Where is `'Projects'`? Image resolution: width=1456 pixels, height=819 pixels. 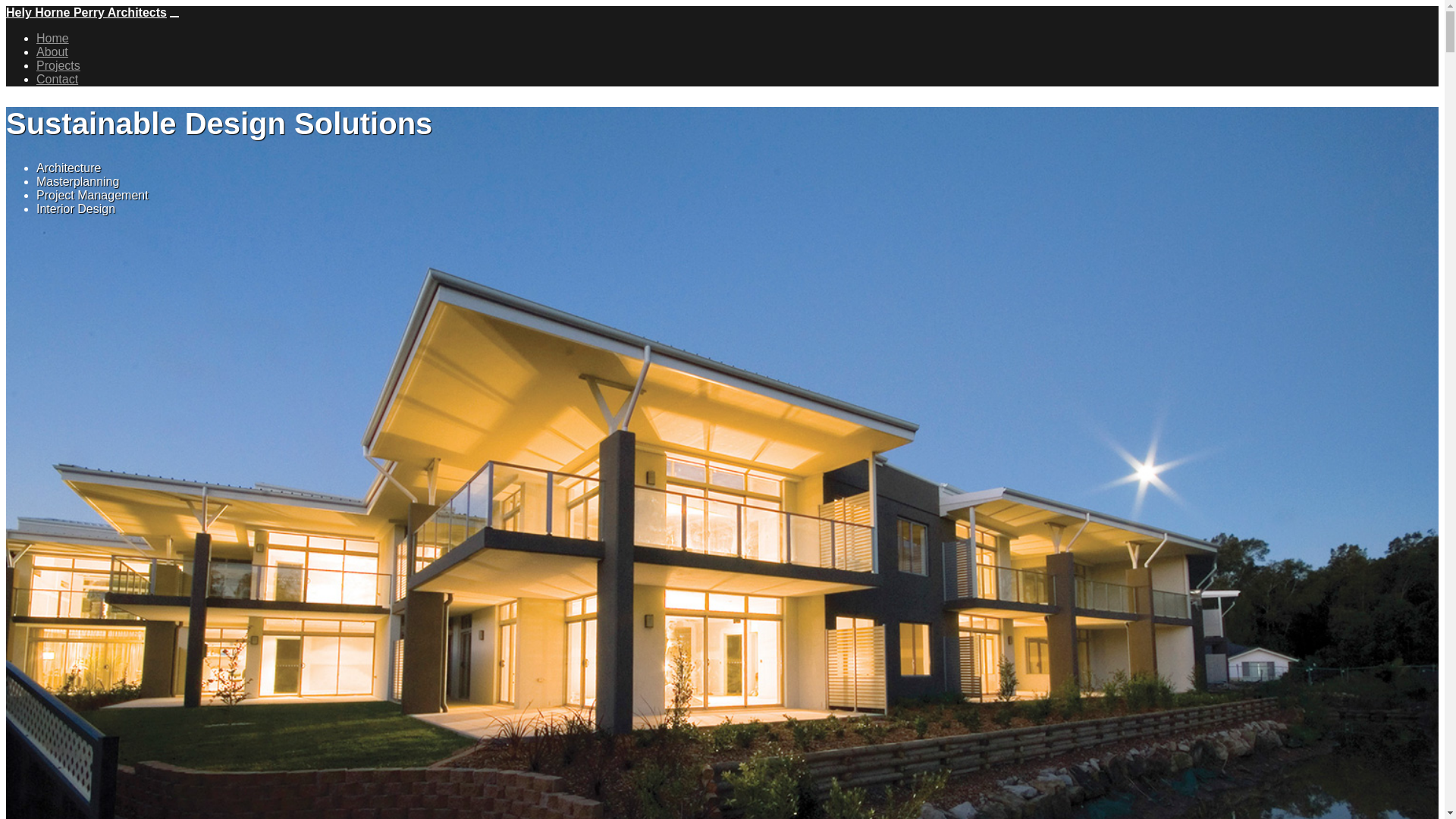
'Projects' is located at coordinates (58, 64).